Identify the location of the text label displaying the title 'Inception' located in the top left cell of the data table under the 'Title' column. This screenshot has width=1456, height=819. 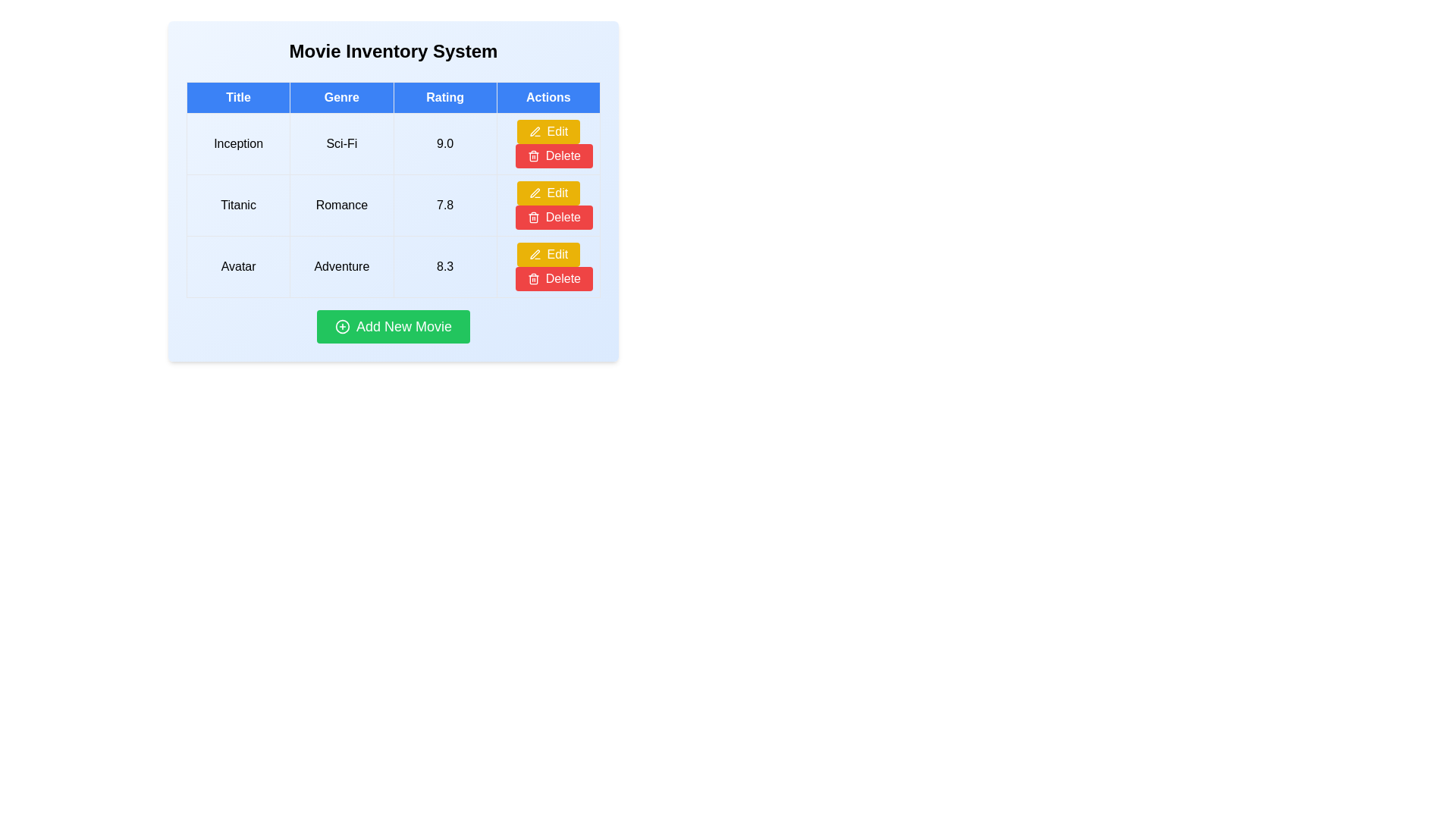
(237, 143).